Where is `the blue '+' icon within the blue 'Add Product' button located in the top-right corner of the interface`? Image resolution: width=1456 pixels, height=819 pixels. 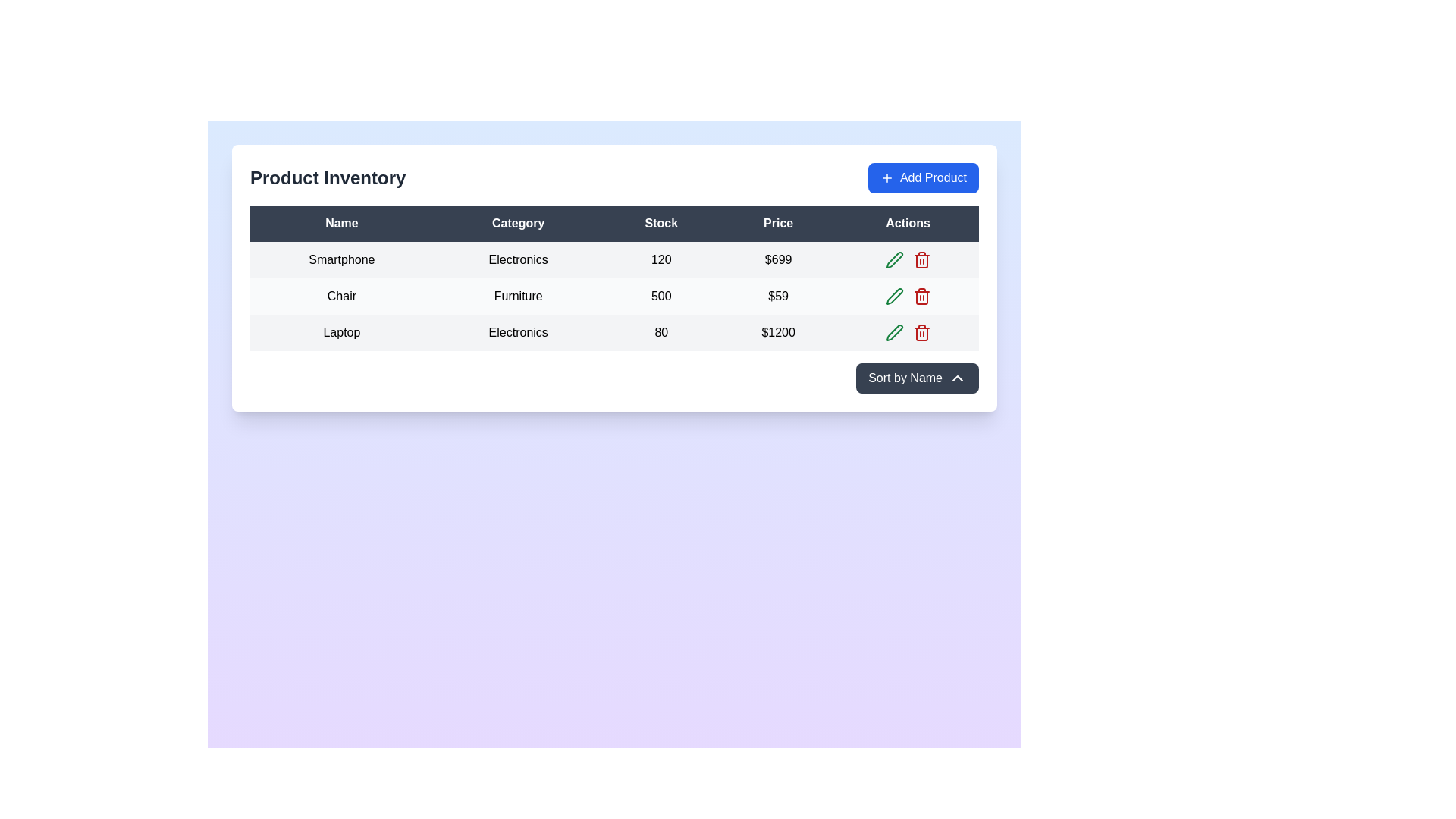
the blue '+' icon within the blue 'Add Product' button located in the top-right corner of the interface is located at coordinates (886, 177).